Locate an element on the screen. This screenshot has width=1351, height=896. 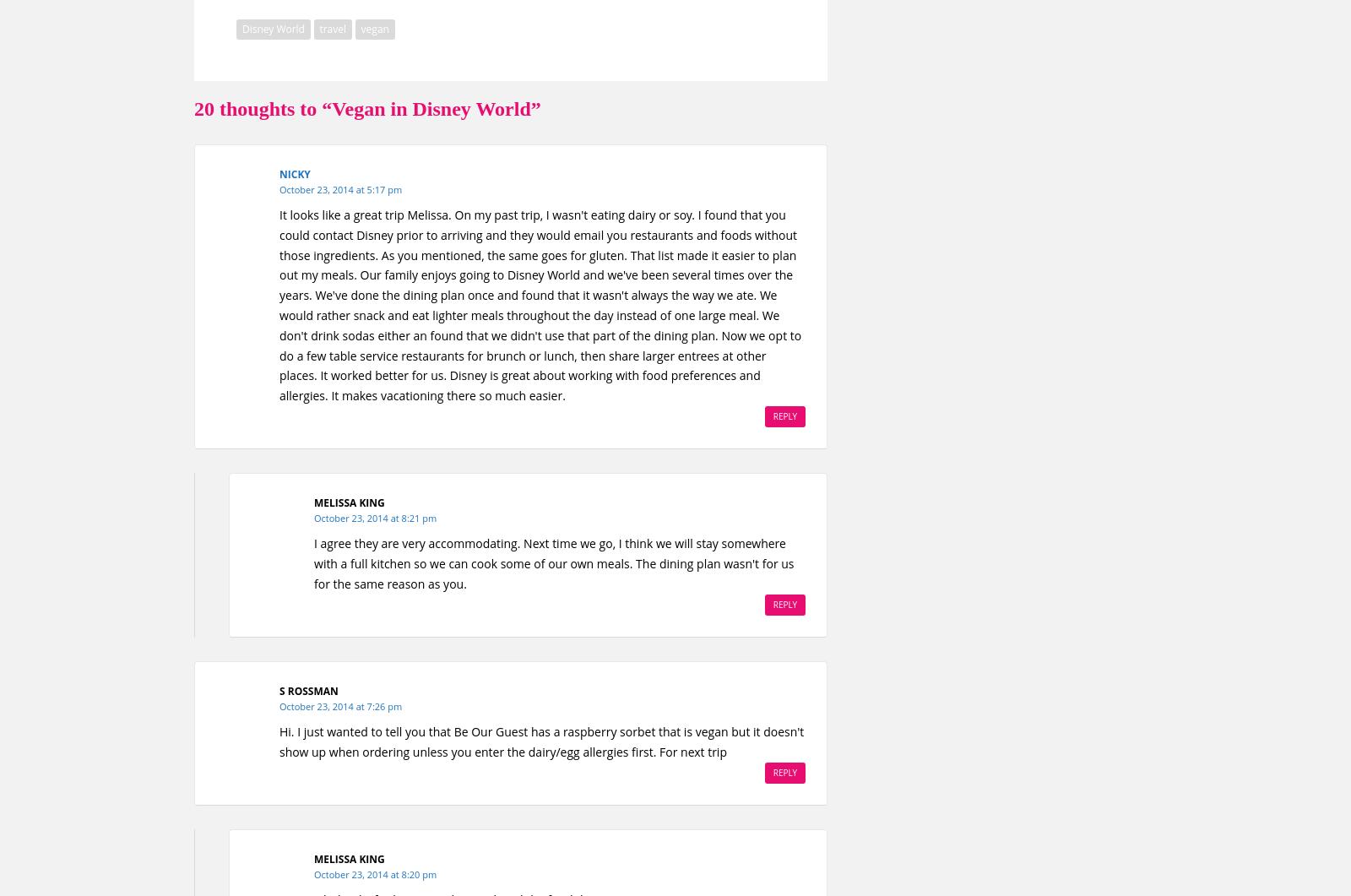
'October 23, 2014 at 8:21 pm' is located at coordinates (374, 517).